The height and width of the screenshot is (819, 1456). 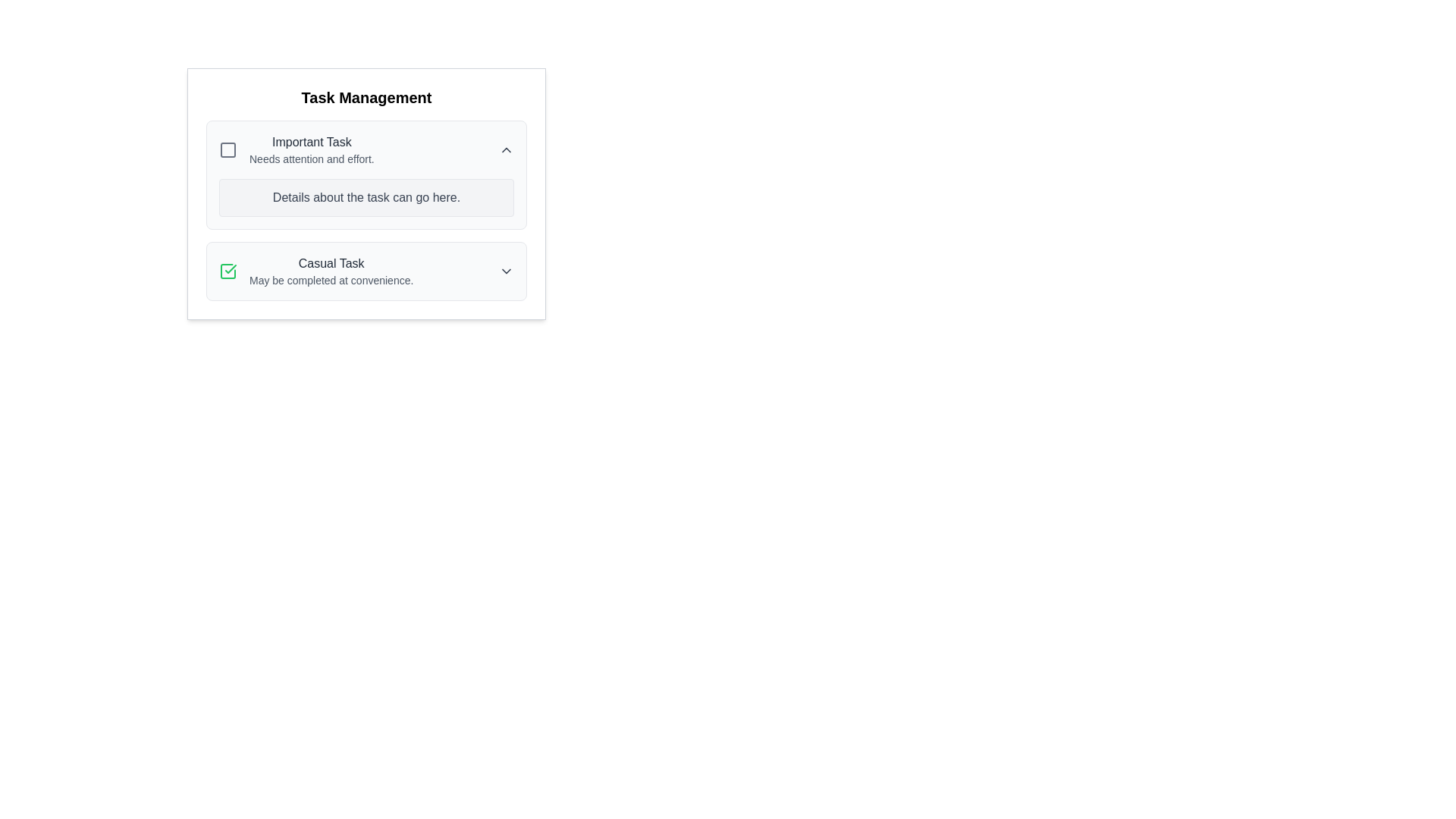 I want to click on task's title and description from the second task text block located below 'Important Task' in the task management interface, so click(x=331, y=271).